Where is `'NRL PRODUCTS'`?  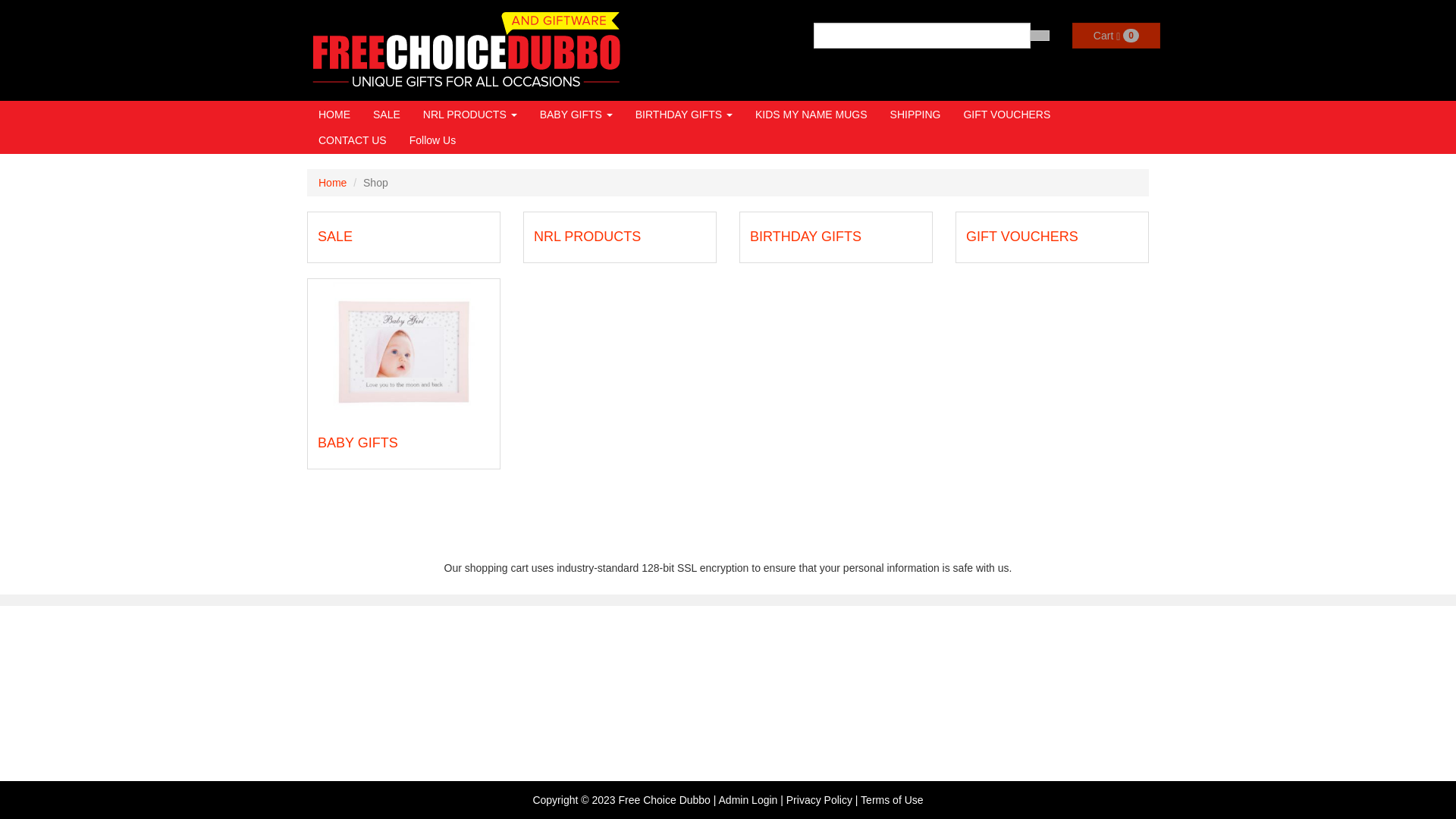 'NRL PRODUCTS' is located at coordinates (586, 237).